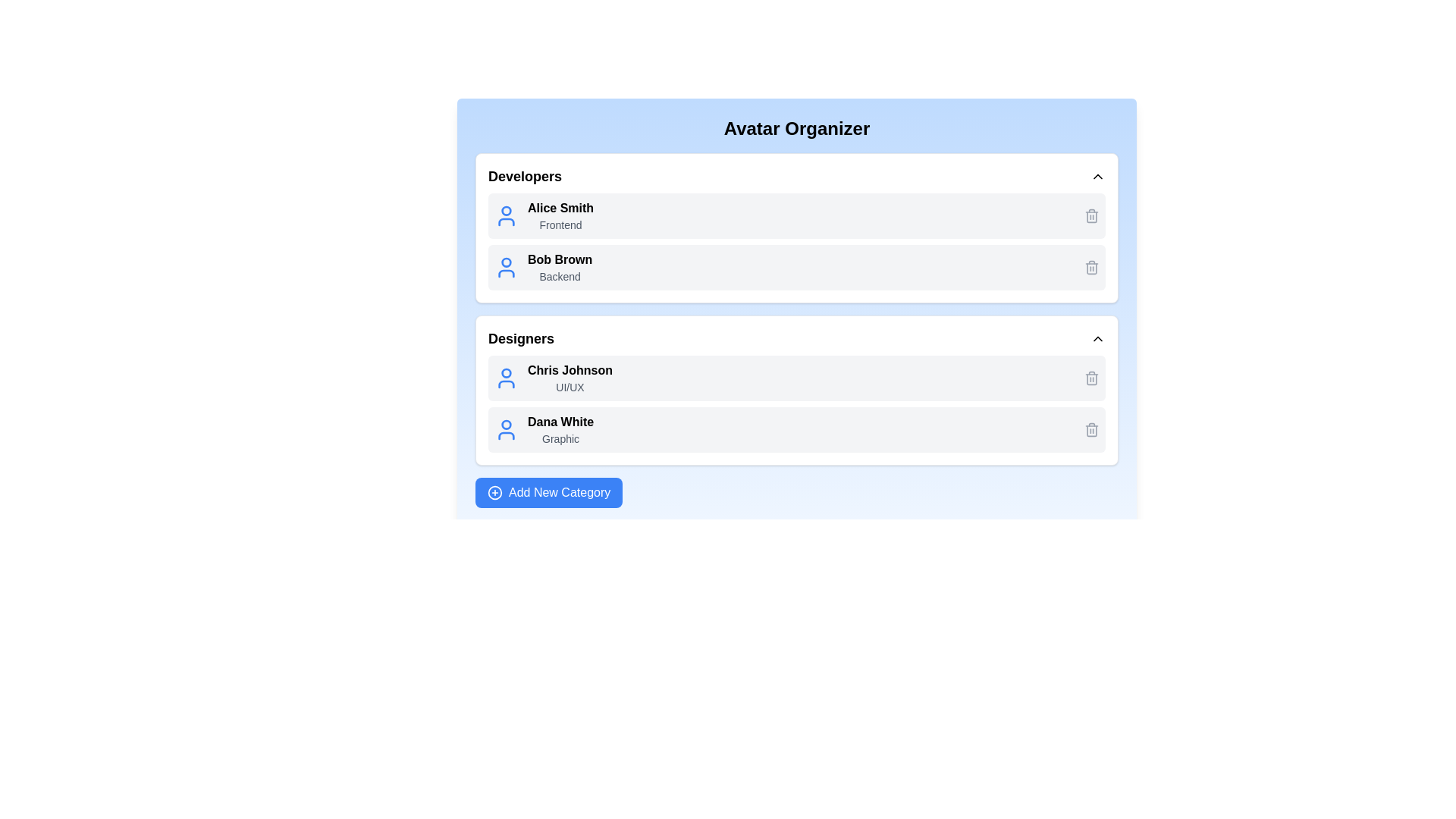 This screenshot has width=1456, height=819. Describe the element at coordinates (796, 267) in the screenshot. I see `displayed user information from the user card featuring the name 'Bob Brown' and subtitle 'Backend', which is located below the 'Alice Smith Frontend' card in the 'Developers' section` at that location.